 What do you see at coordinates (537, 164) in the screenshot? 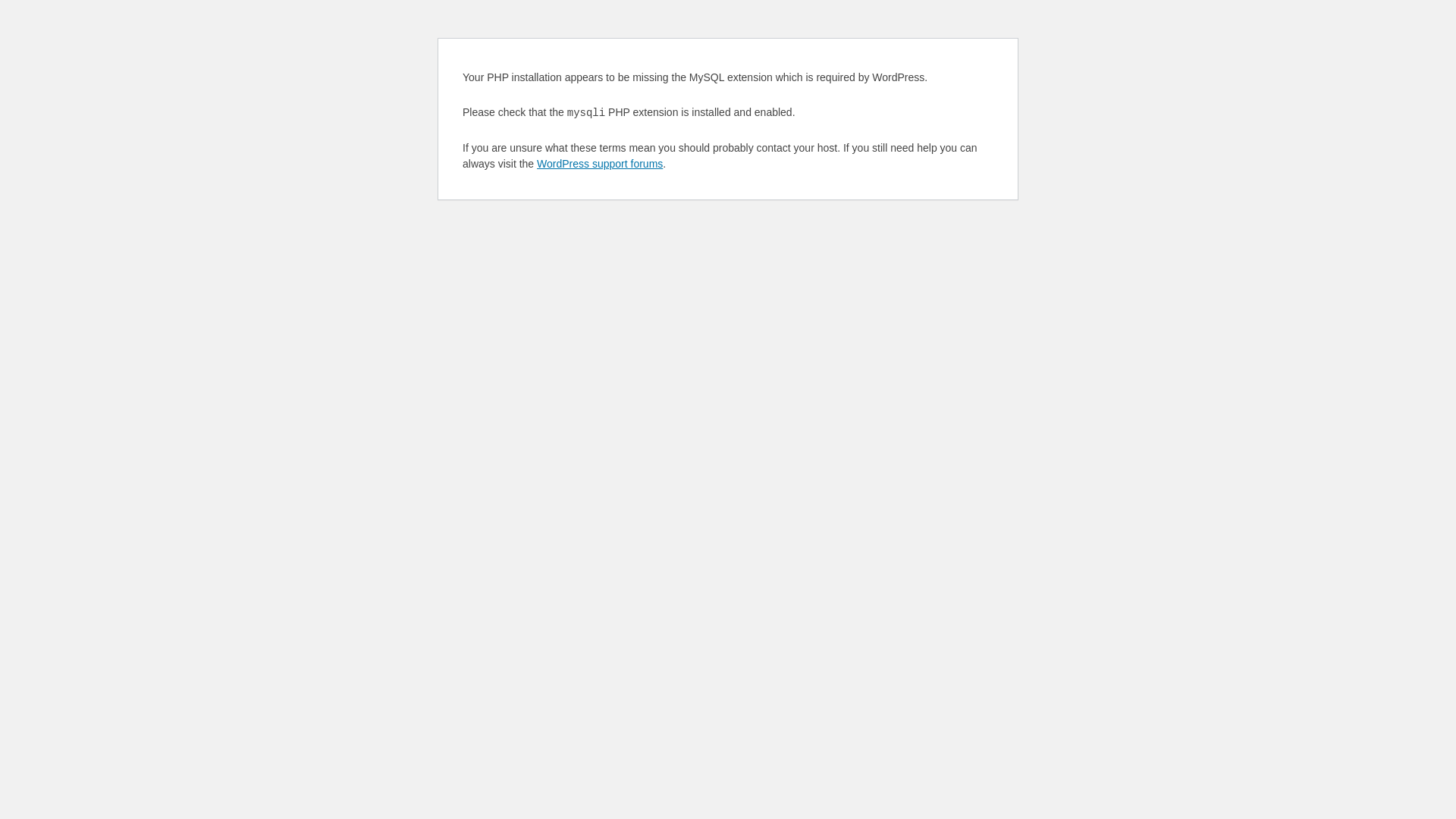
I see `'WordPress support forums'` at bounding box center [537, 164].